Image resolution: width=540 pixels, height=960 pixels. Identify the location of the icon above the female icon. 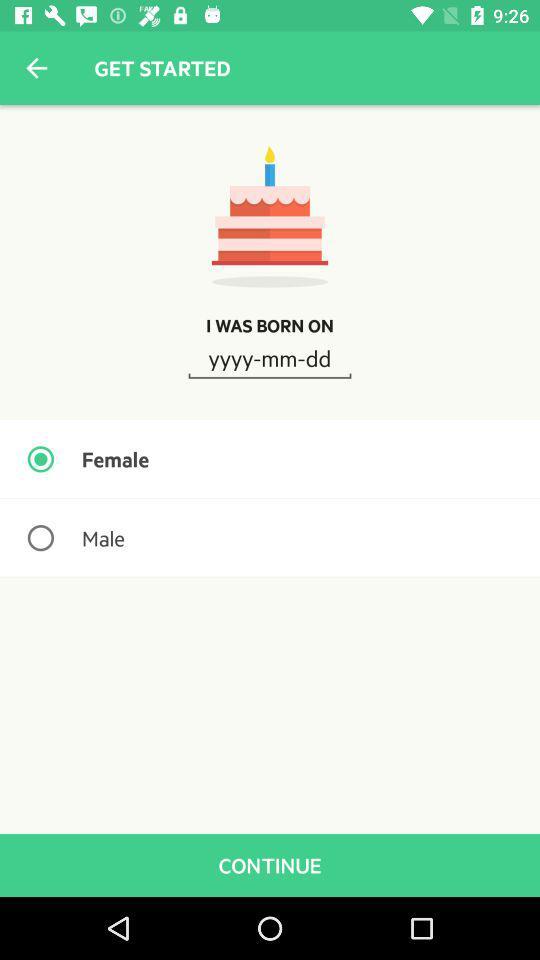
(270, 357).